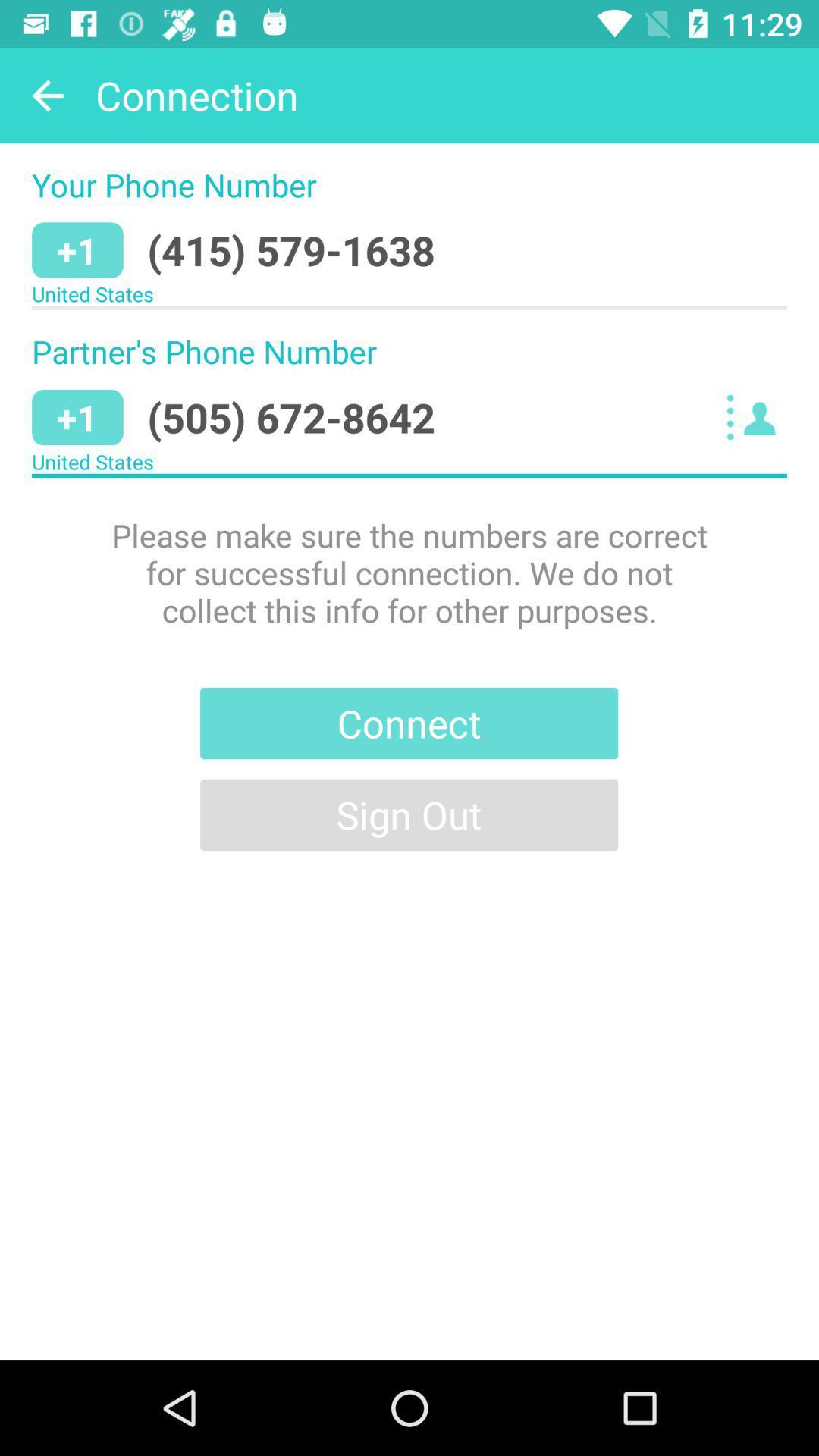 This screenshot has height=1456, width=819. Describe the element at coordinates (408, 814) in the screenshot. I see `item below connect` at that location.